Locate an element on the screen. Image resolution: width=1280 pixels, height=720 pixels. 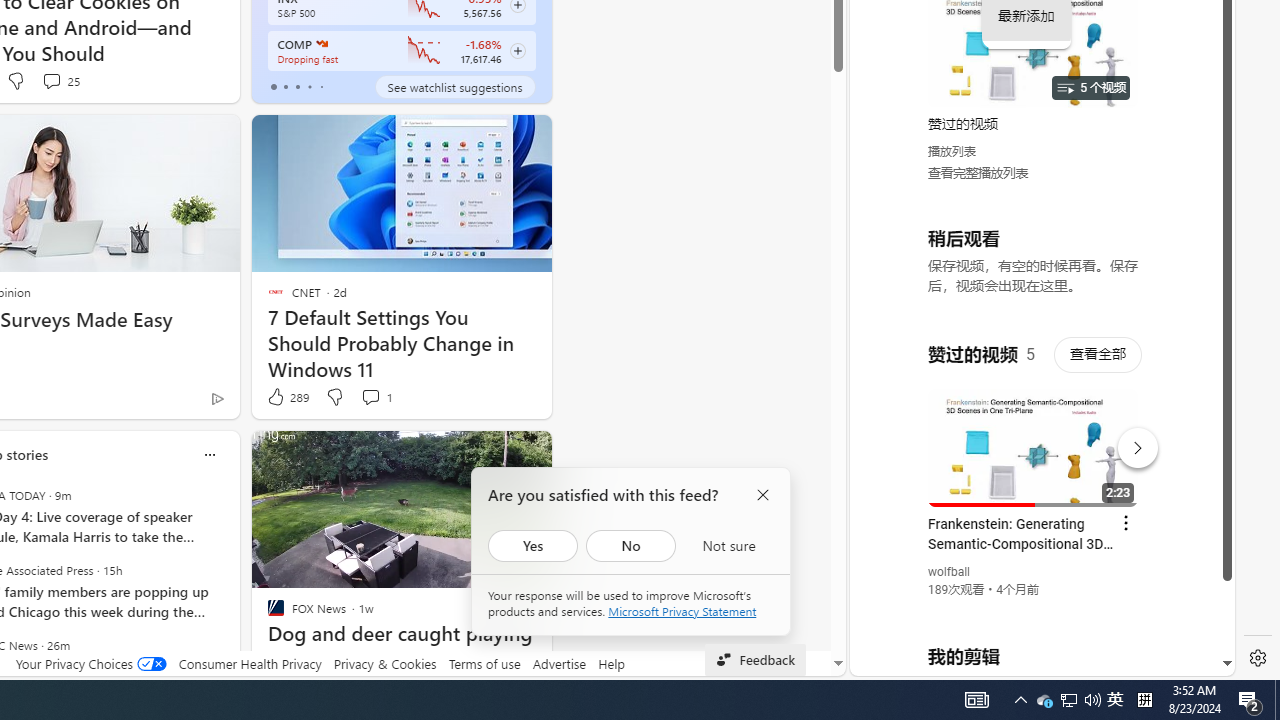
'Terms of use' is located at coordinates (484, 663).